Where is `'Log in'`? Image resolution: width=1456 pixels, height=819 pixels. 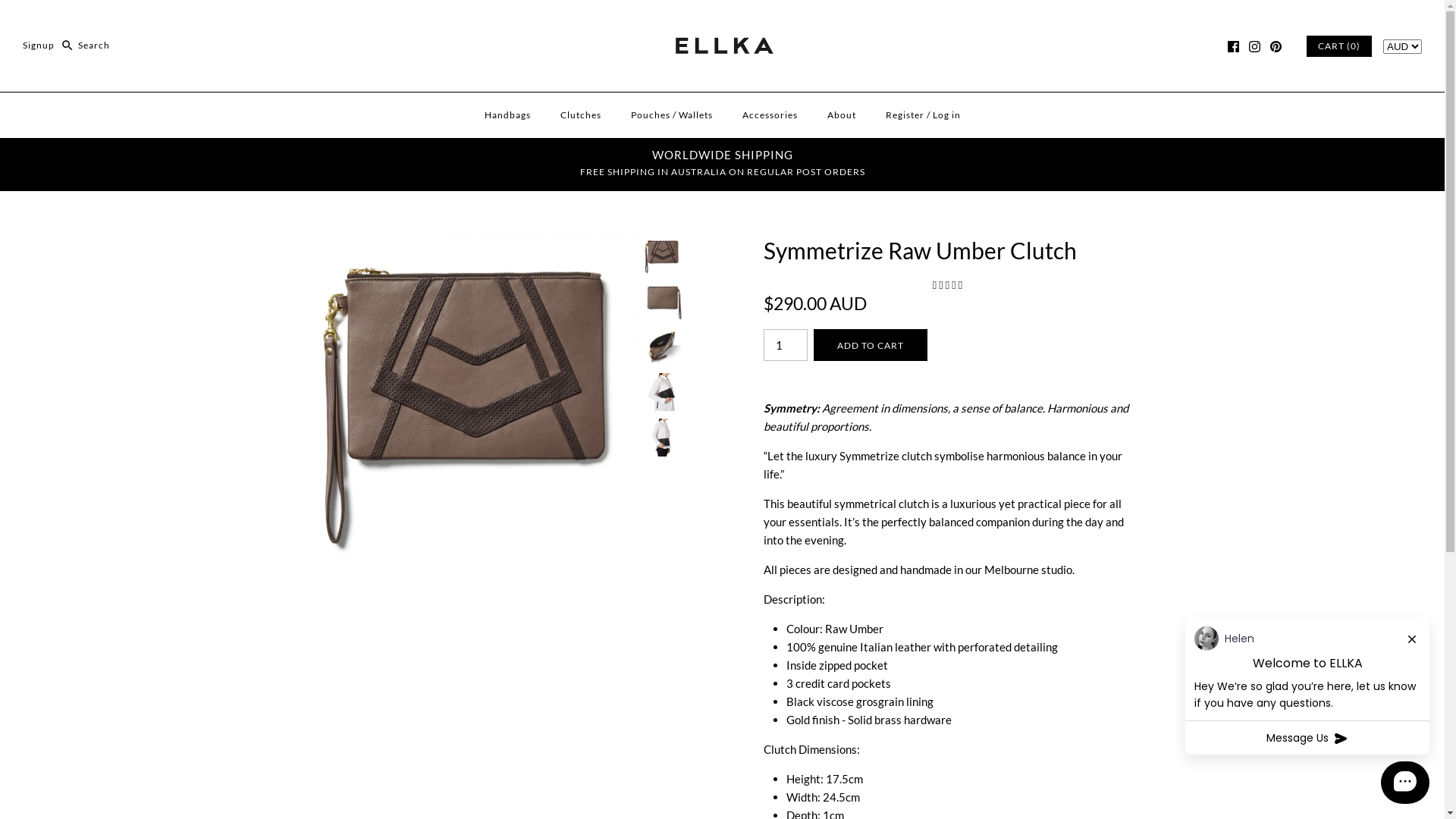 'Log in' is located at coordinates (931, 113).